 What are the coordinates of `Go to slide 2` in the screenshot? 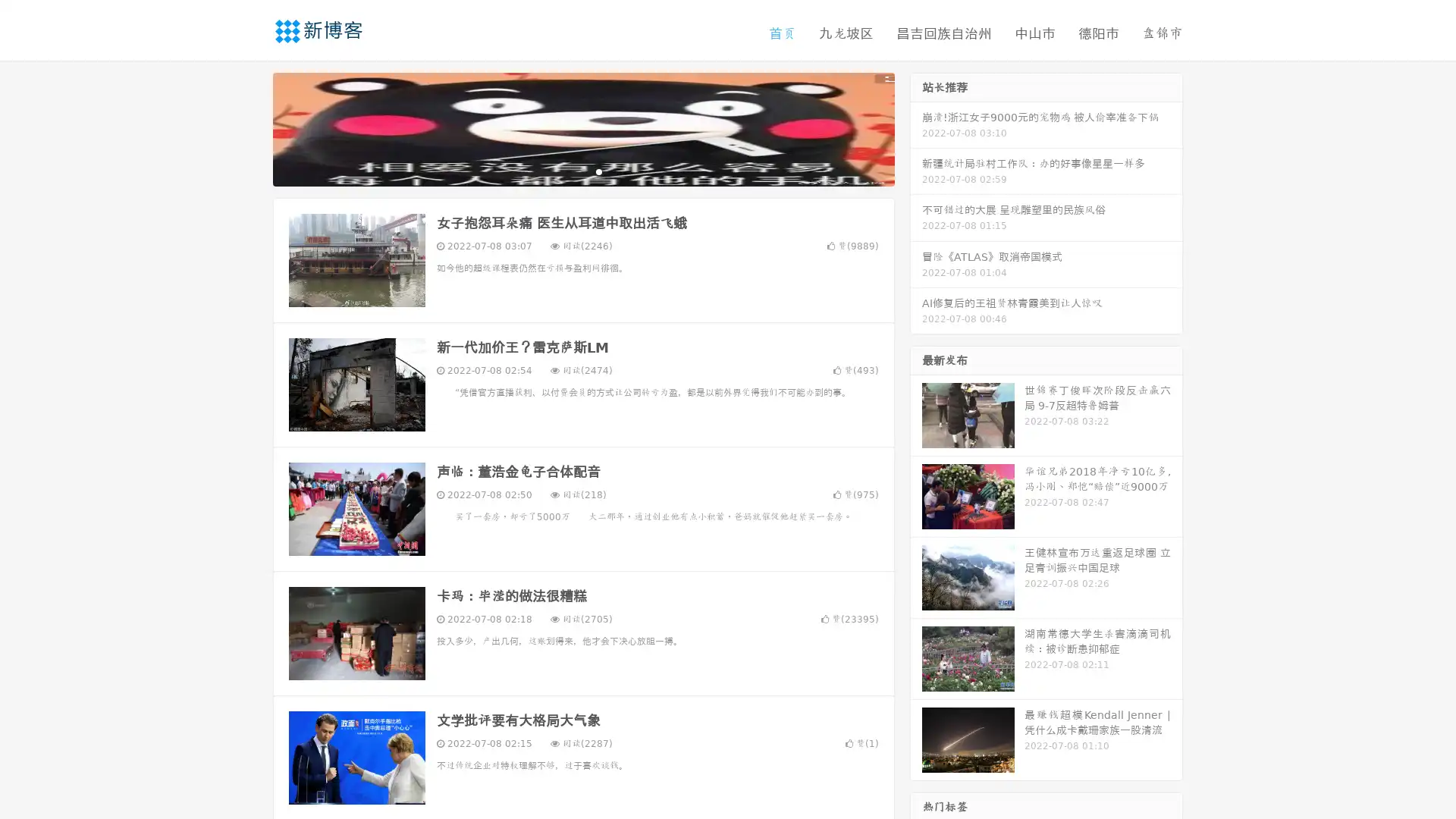 It's located at (582, 171).